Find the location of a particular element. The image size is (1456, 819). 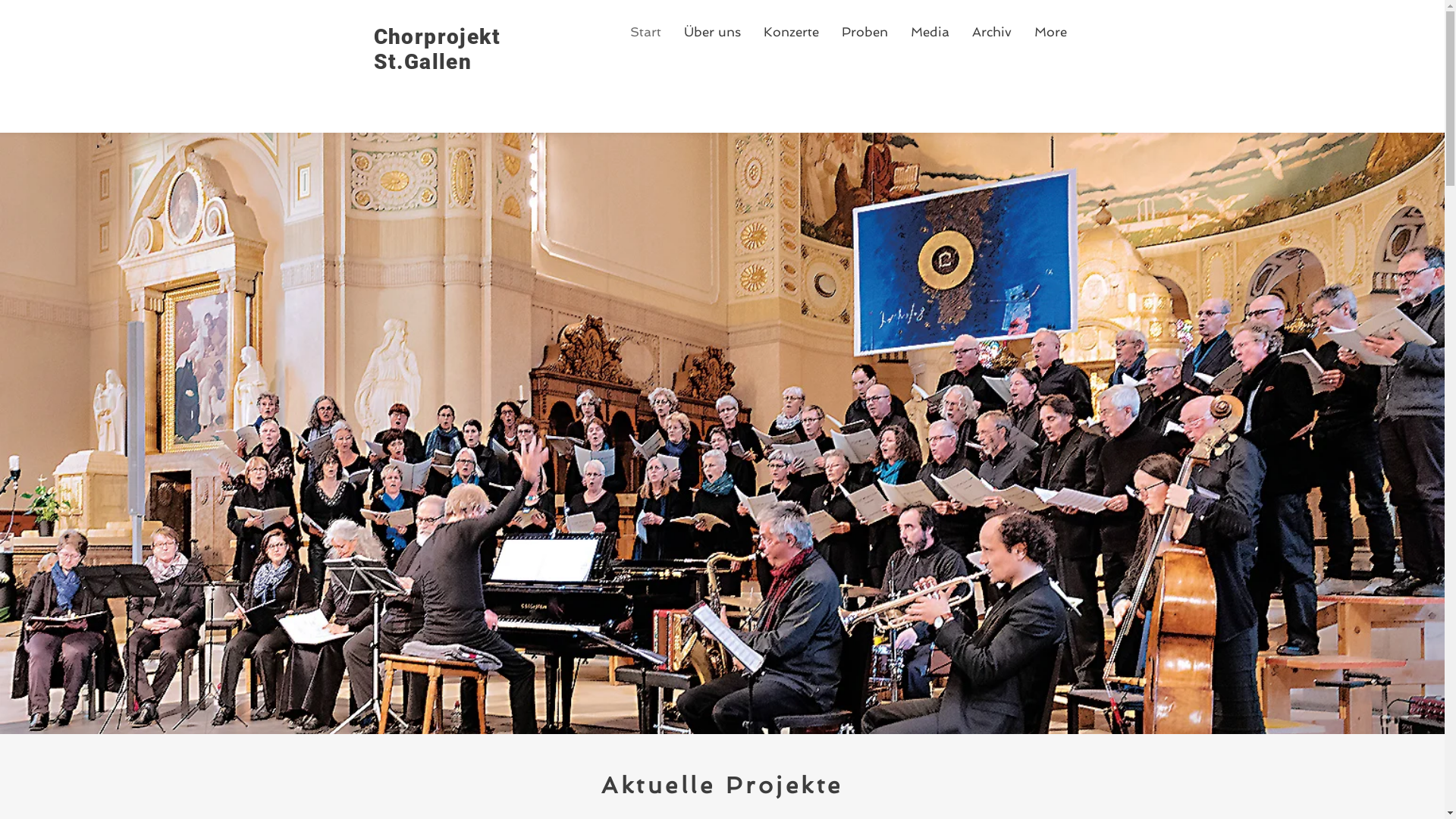

'Proben' is located at coordinates (864, 32).